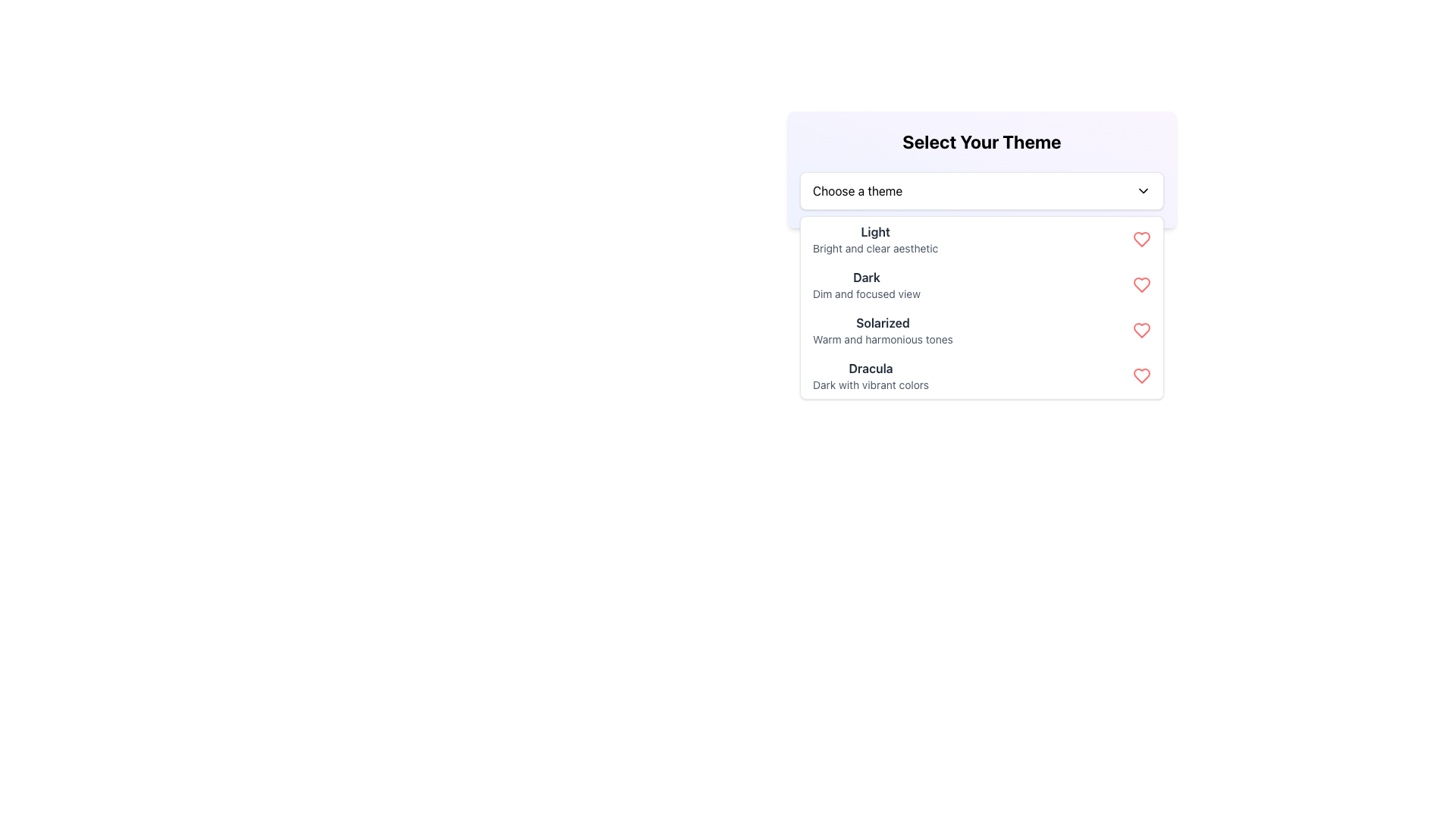 This screenshot has height=819, width=1456. I want to click on content displayed in the second Text Display element under the 'Select Your Theme' dropdown menu, which is positioned between the 'Light' and 'Solarized' theme options, so click(866, 284).